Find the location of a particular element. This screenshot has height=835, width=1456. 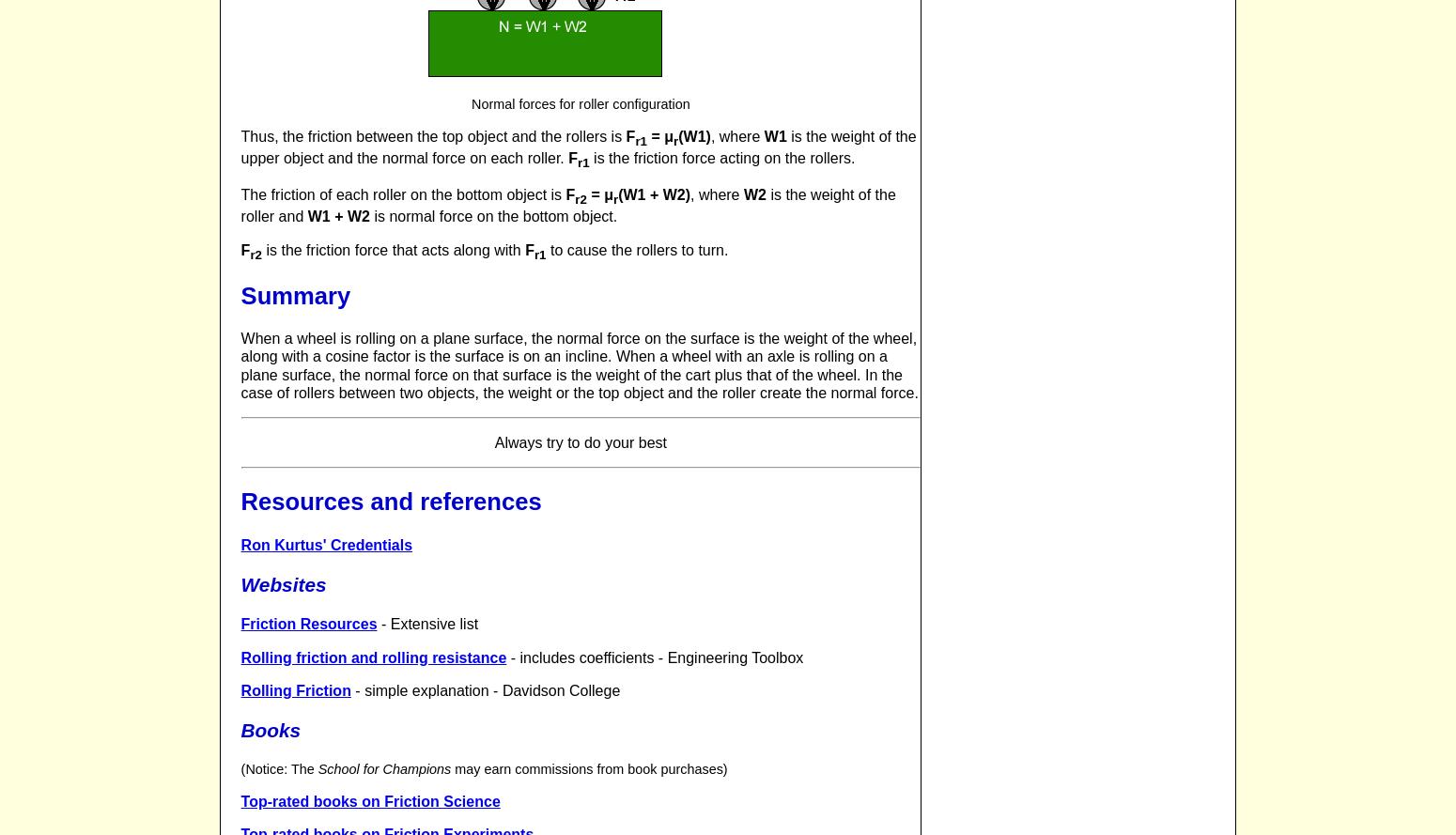

'When a wheel is rolling on a plane surface, the normal force on the surface is the weight of the wheel, along with a cosine factor is the surface is on an incline. When a wheel with an axle is rolling on a plane surface, the normal force on that surface is the weight of the cart plus that of the wheel. In the case of rollers between two objects, the weight or the top object and the roller create the normal force.' is located at coordinates (579, 365).